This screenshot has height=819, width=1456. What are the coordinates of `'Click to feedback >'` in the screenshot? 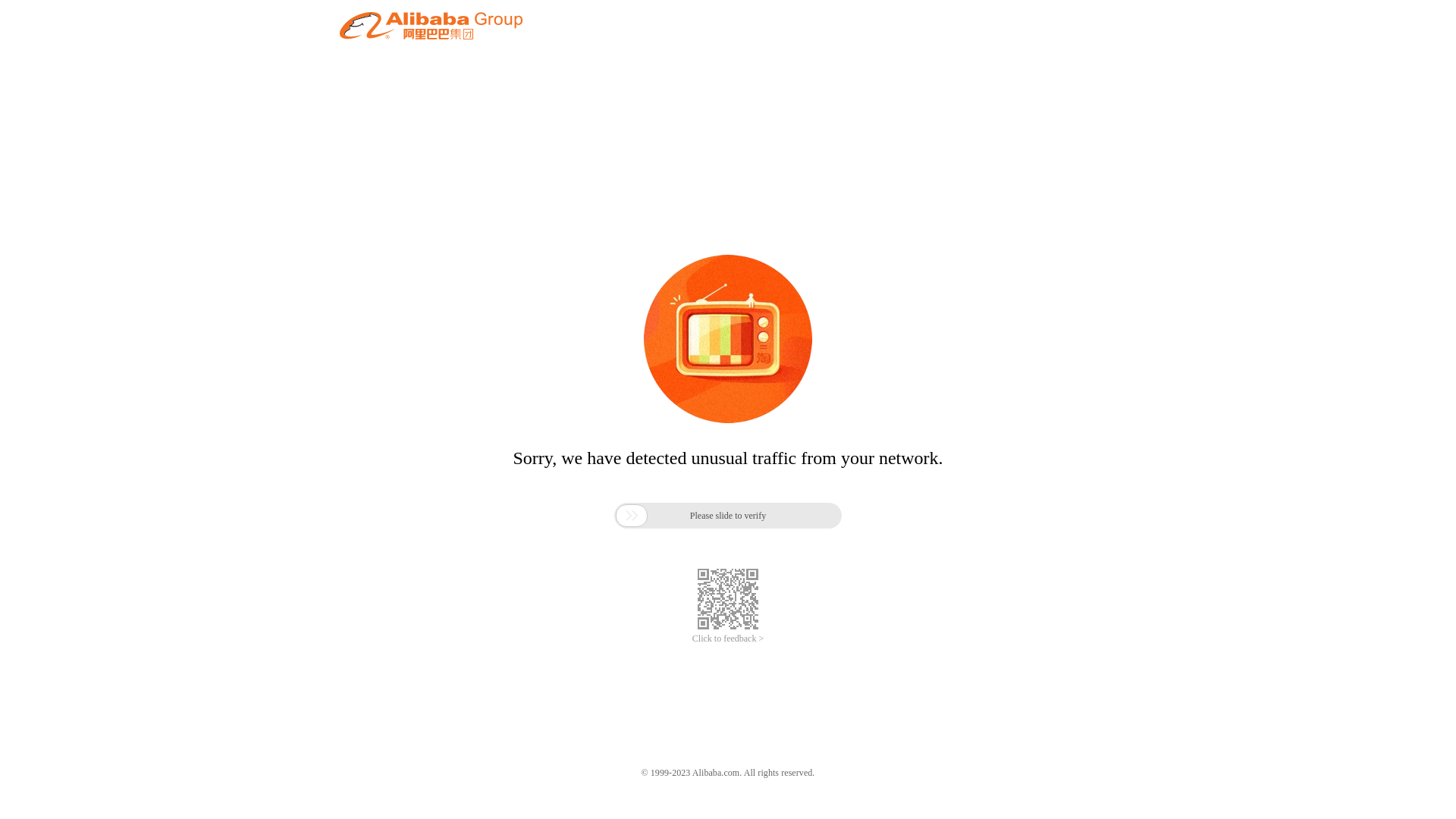 It's located at (728, 639).